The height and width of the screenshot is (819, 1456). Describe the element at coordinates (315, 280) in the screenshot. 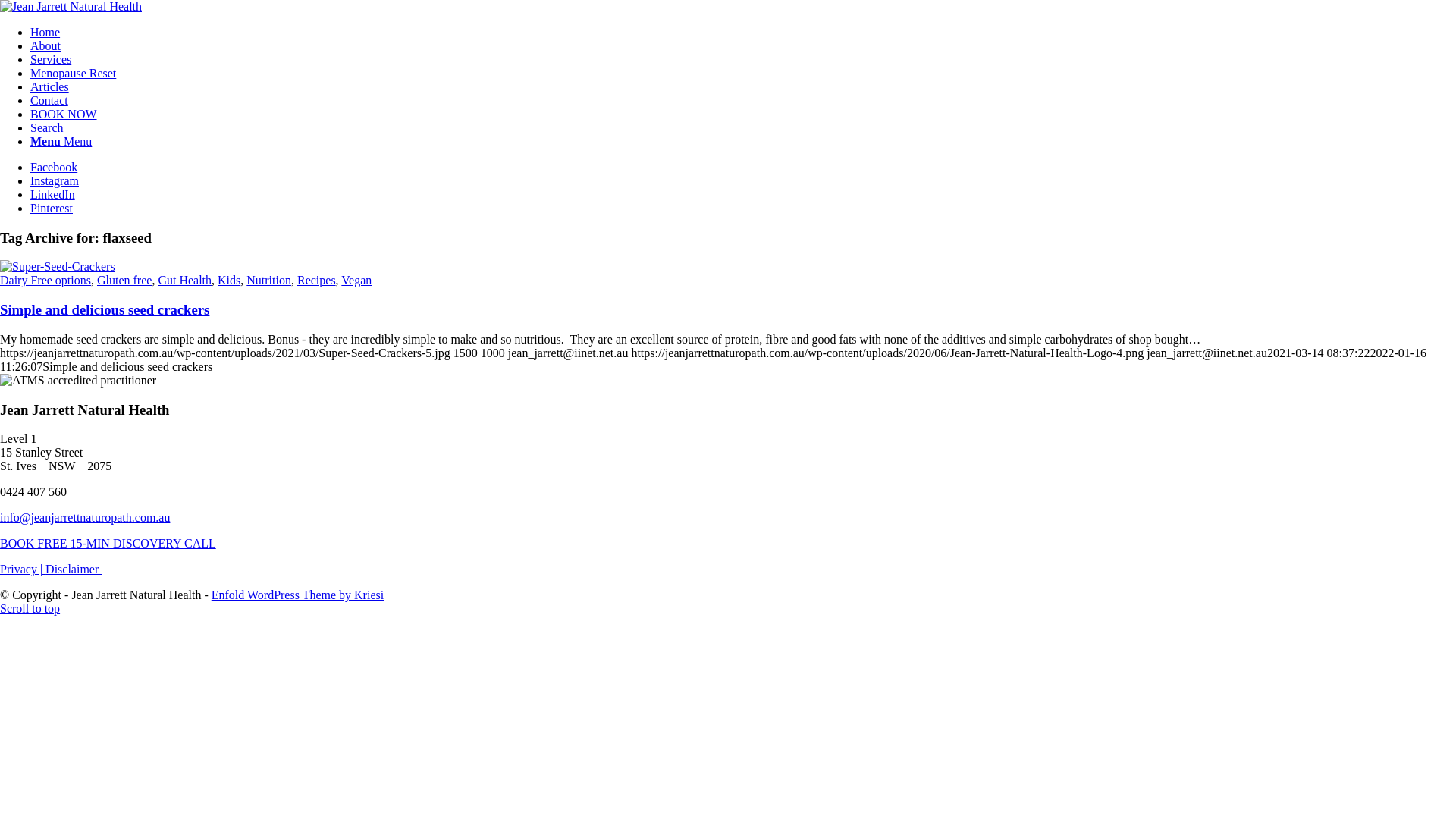

I see `'Recipes'` at that location.